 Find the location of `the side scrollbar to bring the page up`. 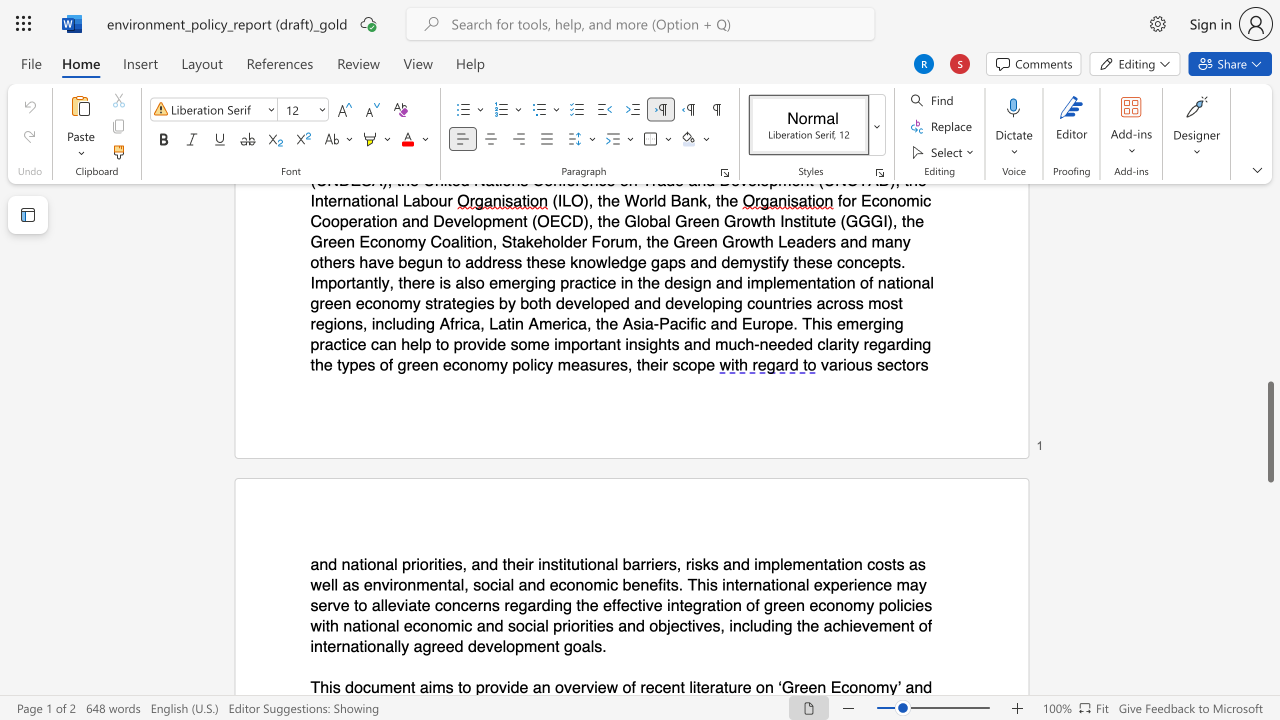

the side scrollbar to bring the page up is located at coordinates (1269, 338).